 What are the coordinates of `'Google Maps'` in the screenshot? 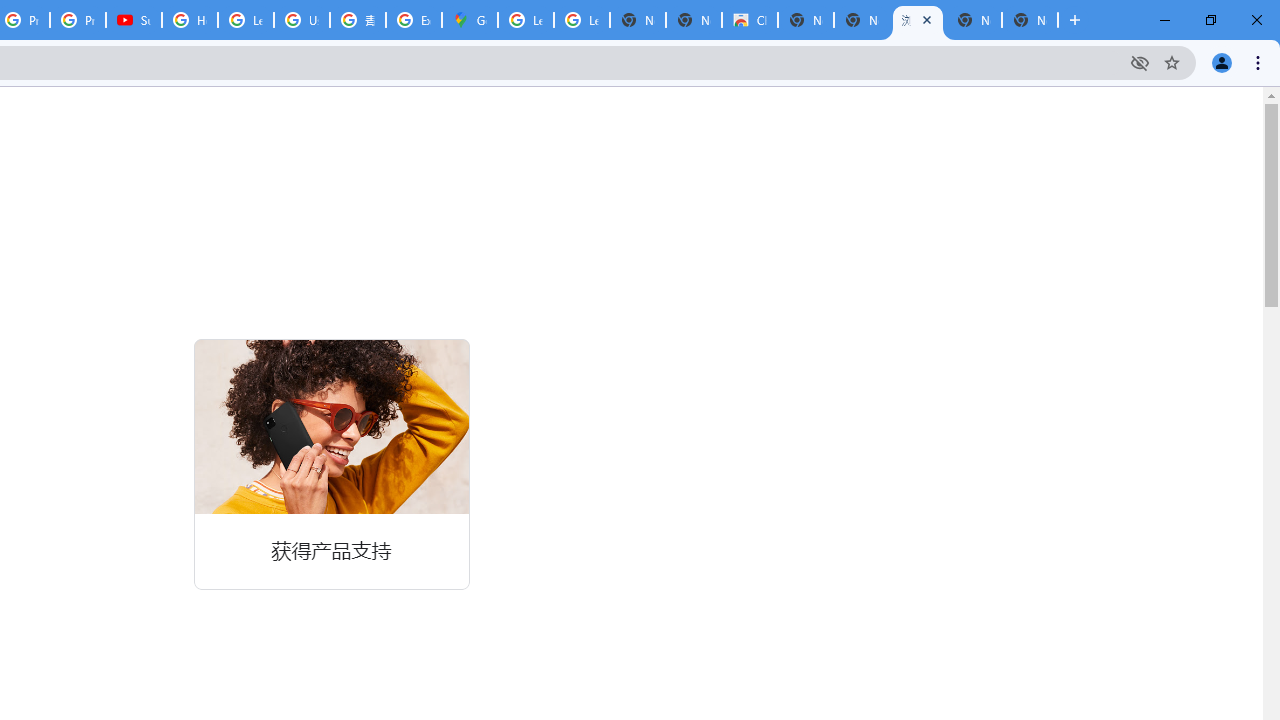 It's located at (468, 20).